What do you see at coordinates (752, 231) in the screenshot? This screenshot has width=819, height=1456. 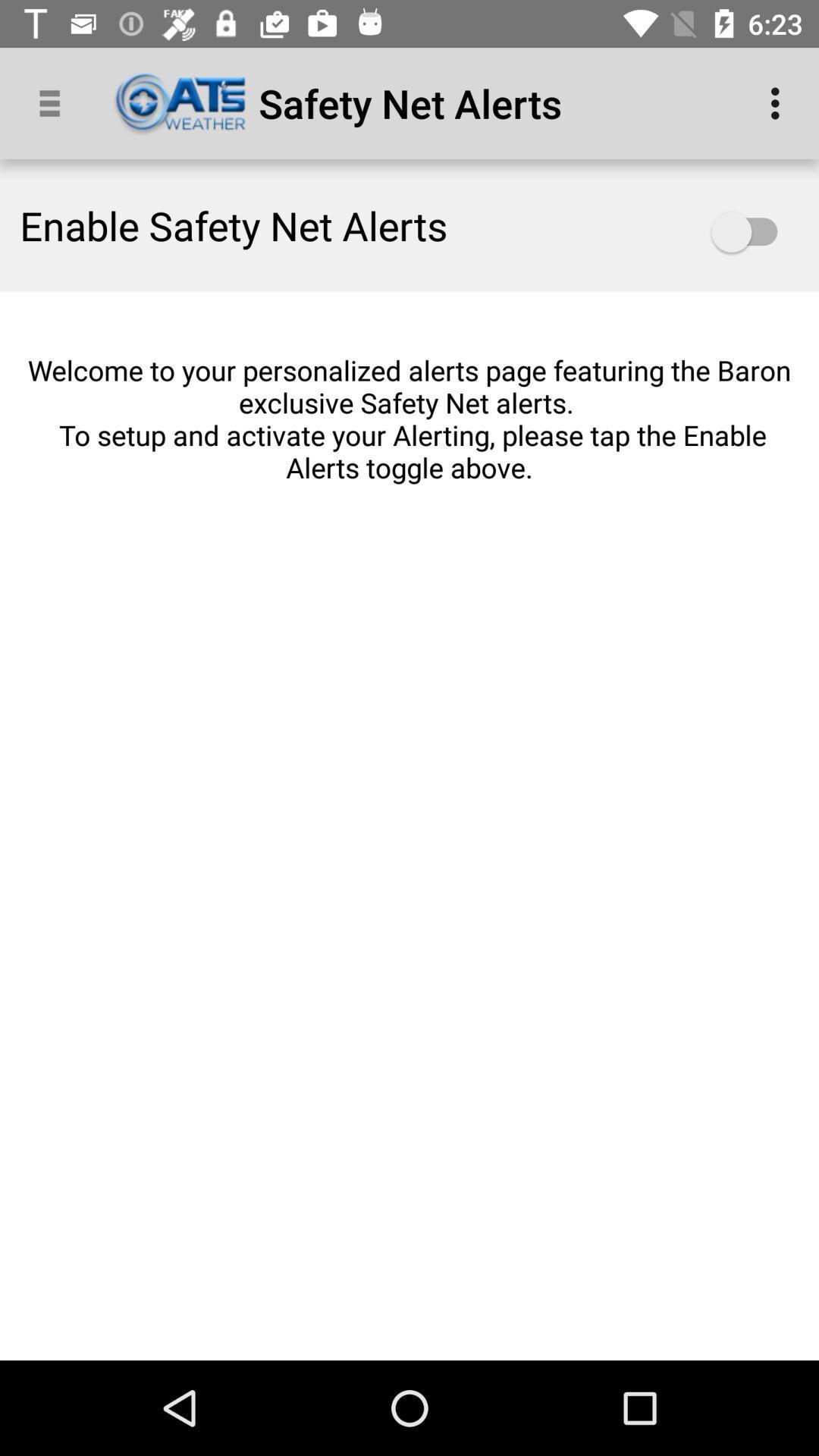 I see `safety alerts` at bounding box center [752, 231].